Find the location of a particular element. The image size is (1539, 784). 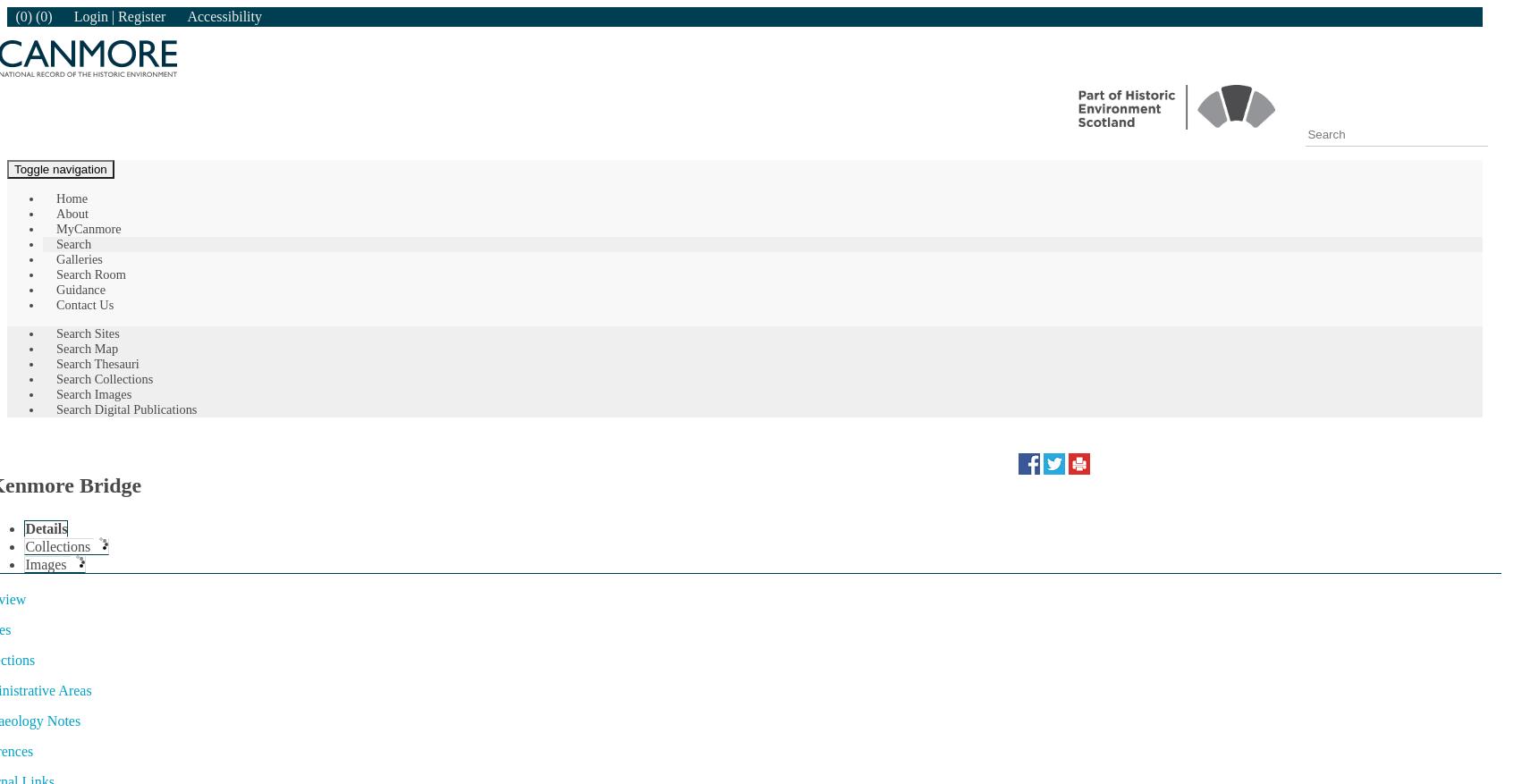

'Images' is located at coordinates (47, 562).